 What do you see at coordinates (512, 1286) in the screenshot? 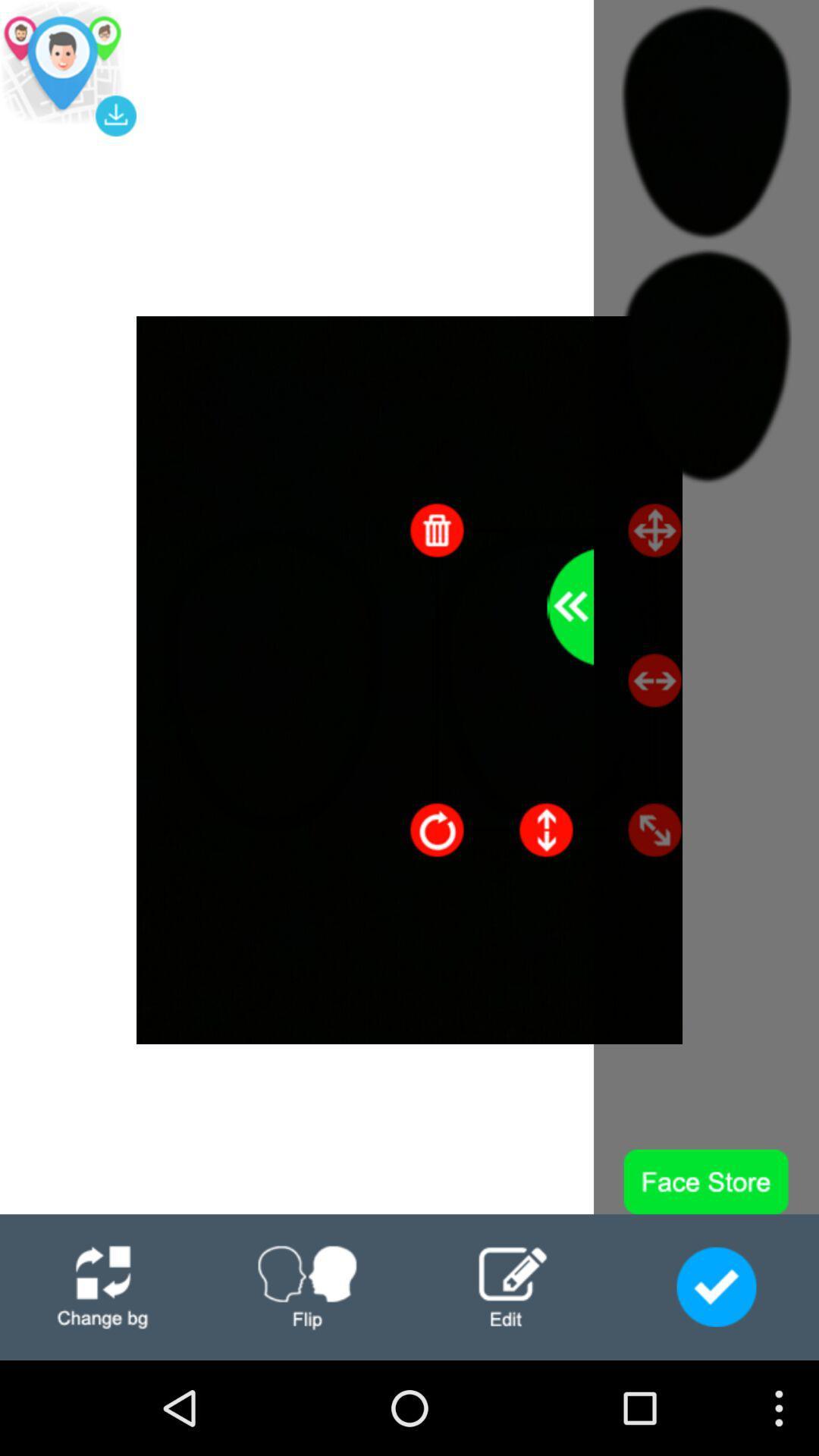
I see `edit page` at bounding box center [512, 1286].